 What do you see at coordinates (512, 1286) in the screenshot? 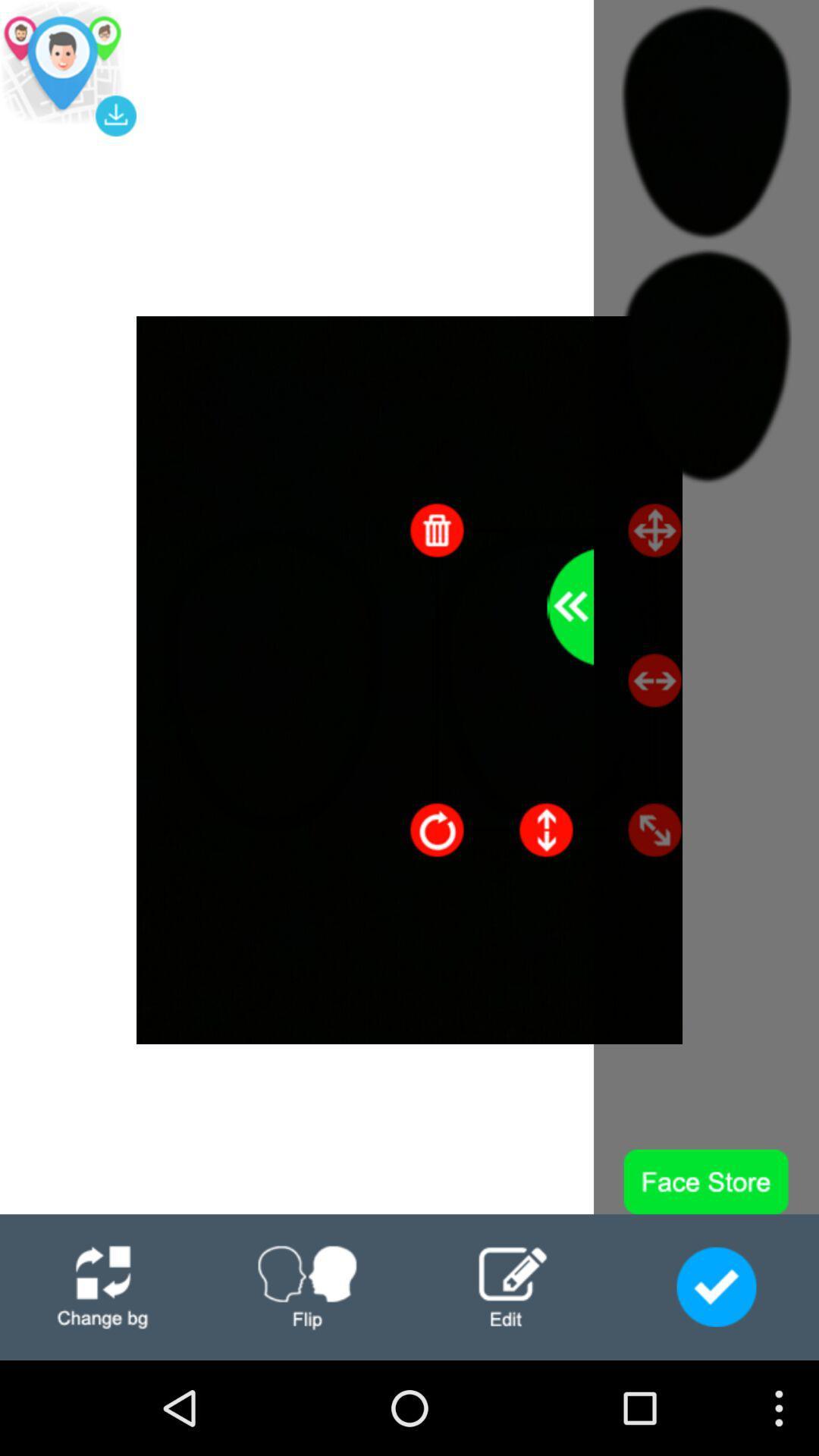
I see `edit page` at bounding box center [512, 1286].